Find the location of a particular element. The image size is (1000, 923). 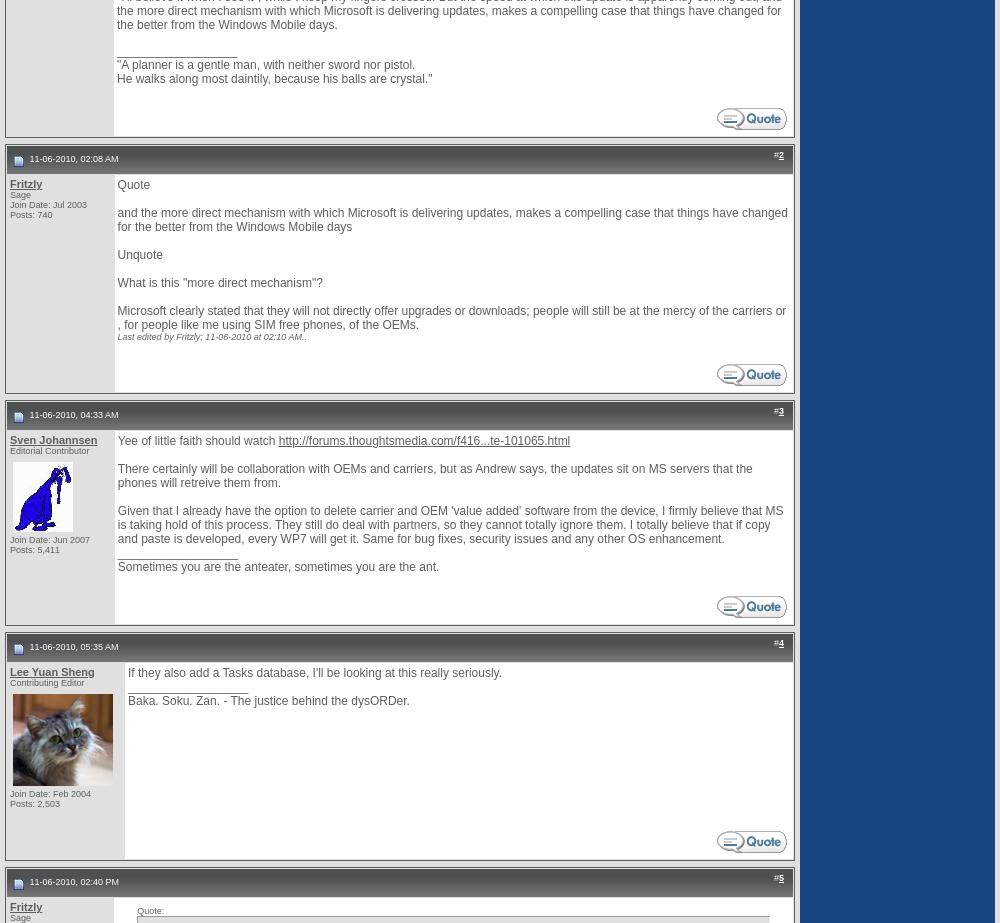

'Posts: 2,503' is located at coordinates (35, 803).